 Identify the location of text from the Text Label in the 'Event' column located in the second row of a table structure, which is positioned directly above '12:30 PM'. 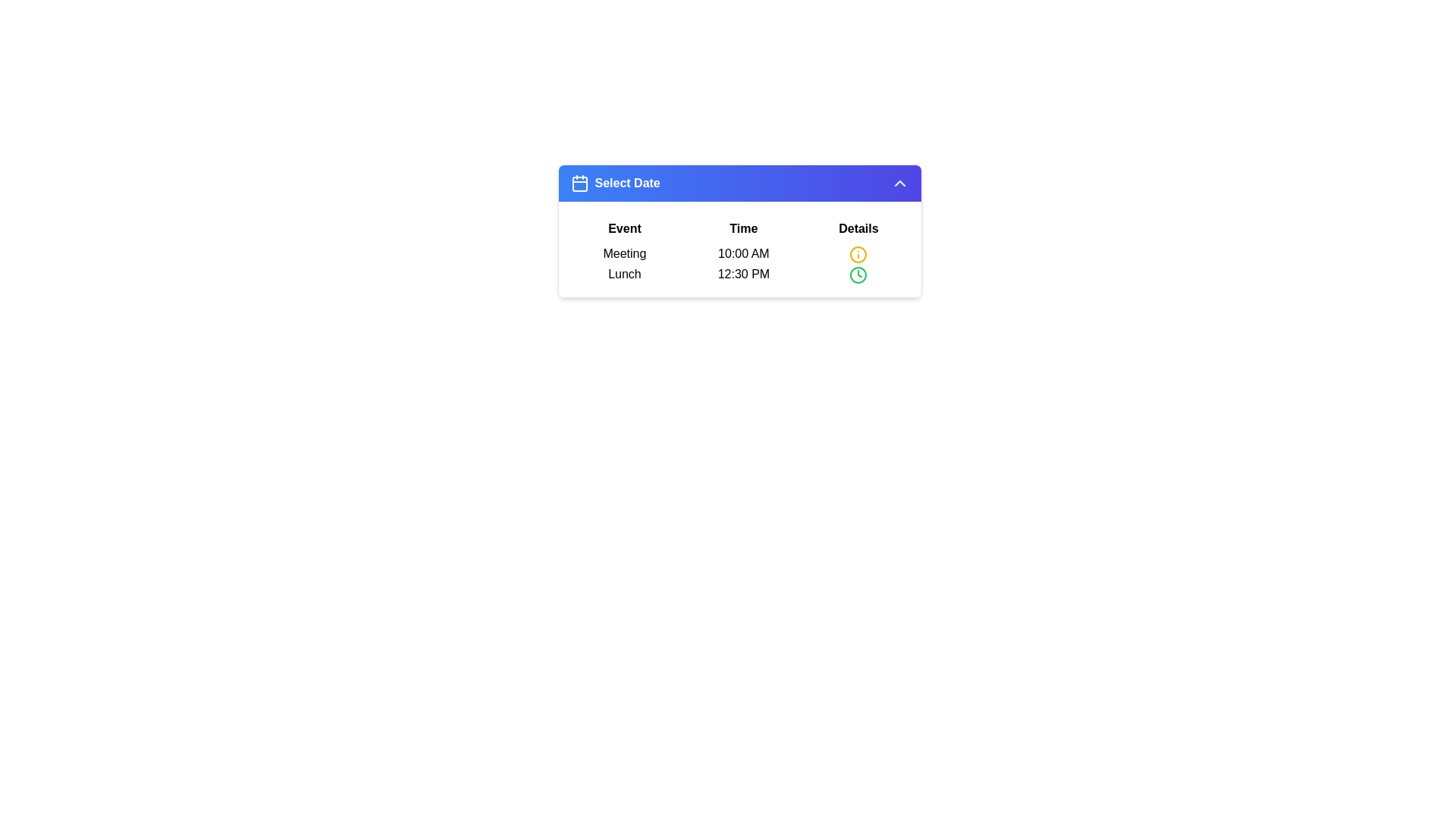
(624, 275).